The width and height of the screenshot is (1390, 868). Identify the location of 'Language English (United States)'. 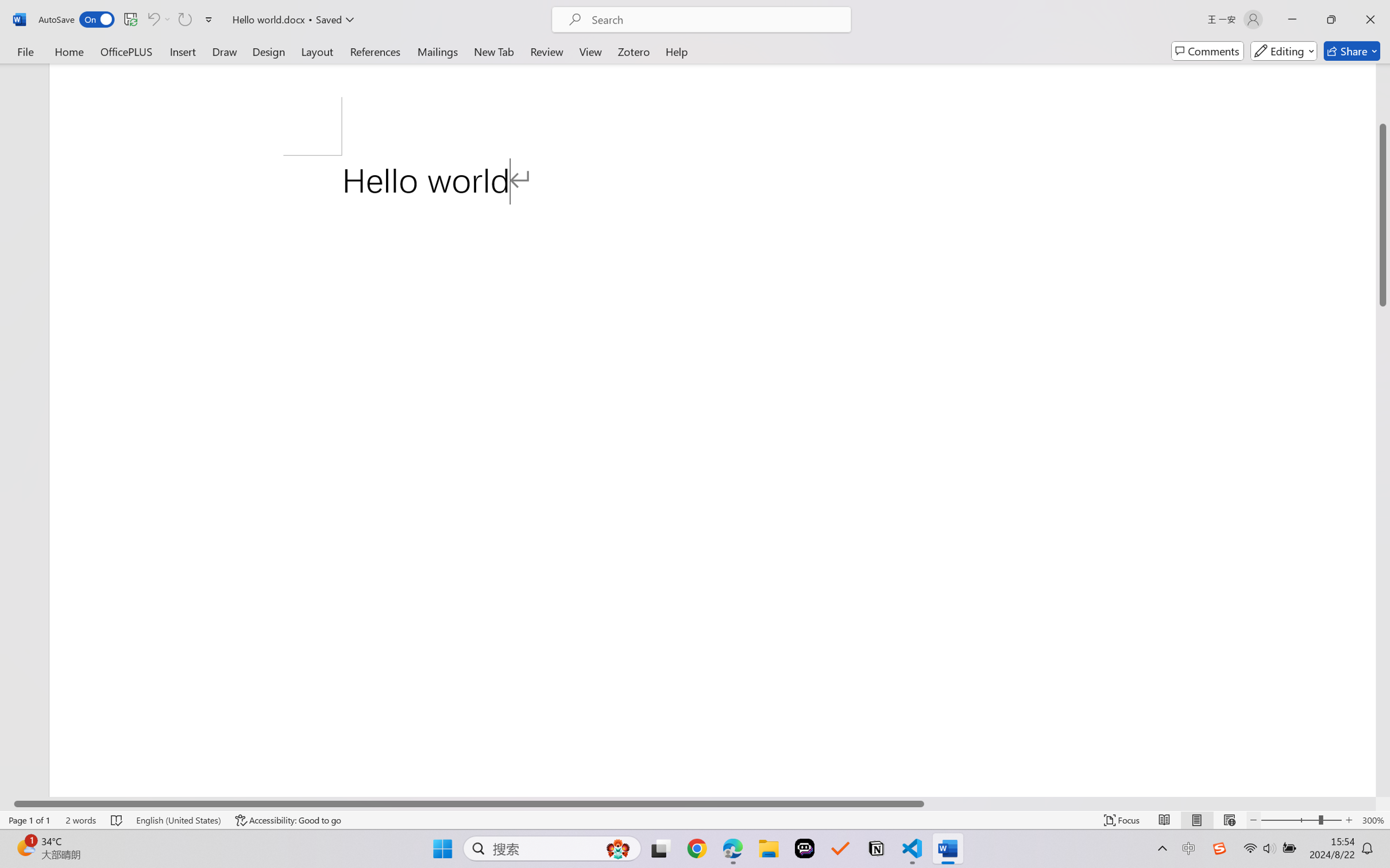
(178, 820).